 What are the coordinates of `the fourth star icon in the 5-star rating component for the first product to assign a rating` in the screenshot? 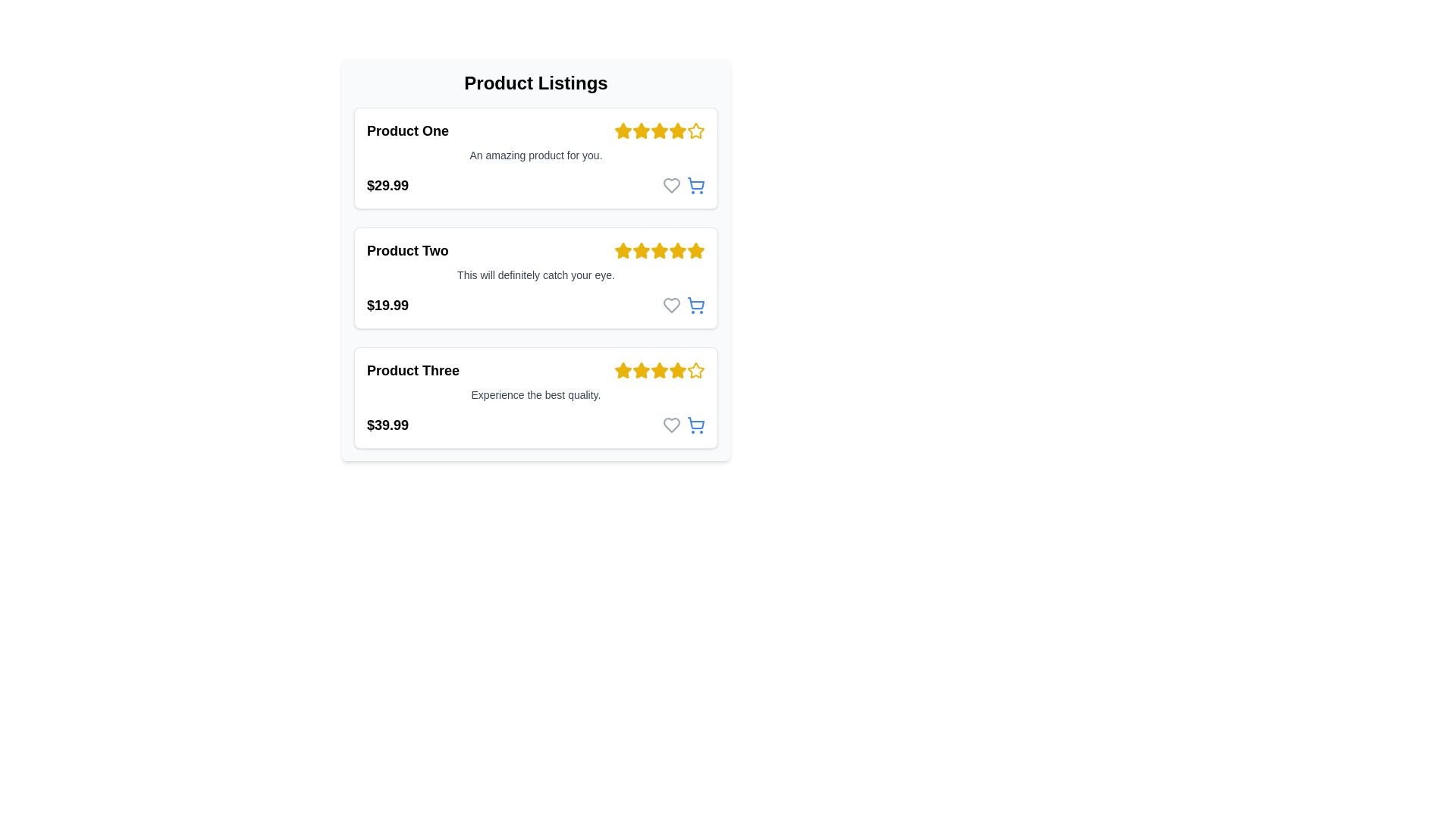 It's located at (659, 130).